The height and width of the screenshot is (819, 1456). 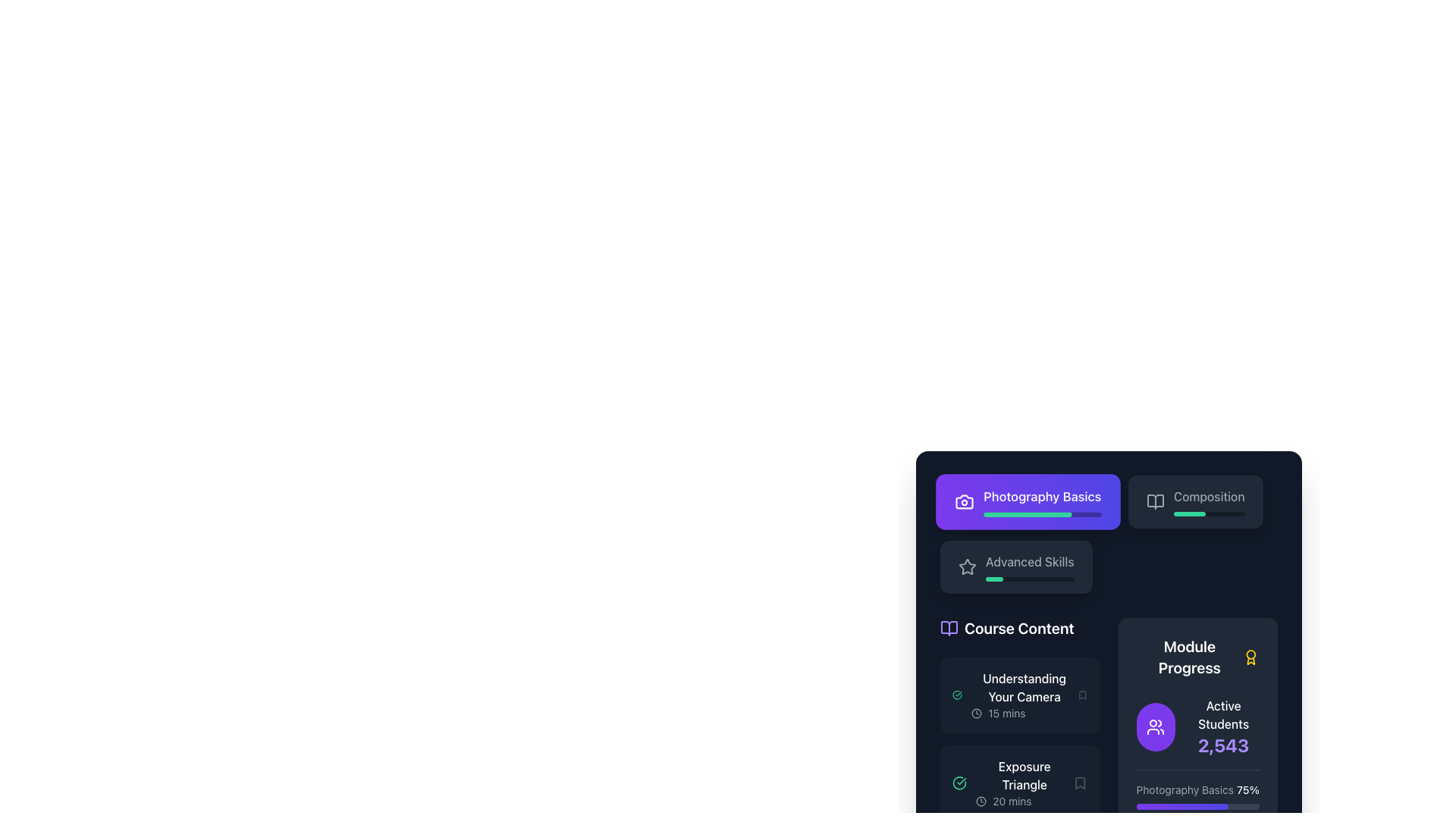 I want to click on the progress representation of the Progress Bar located below the 'Composition' text in the 'Photography Basics' interface, so click(x=1208, y=513).